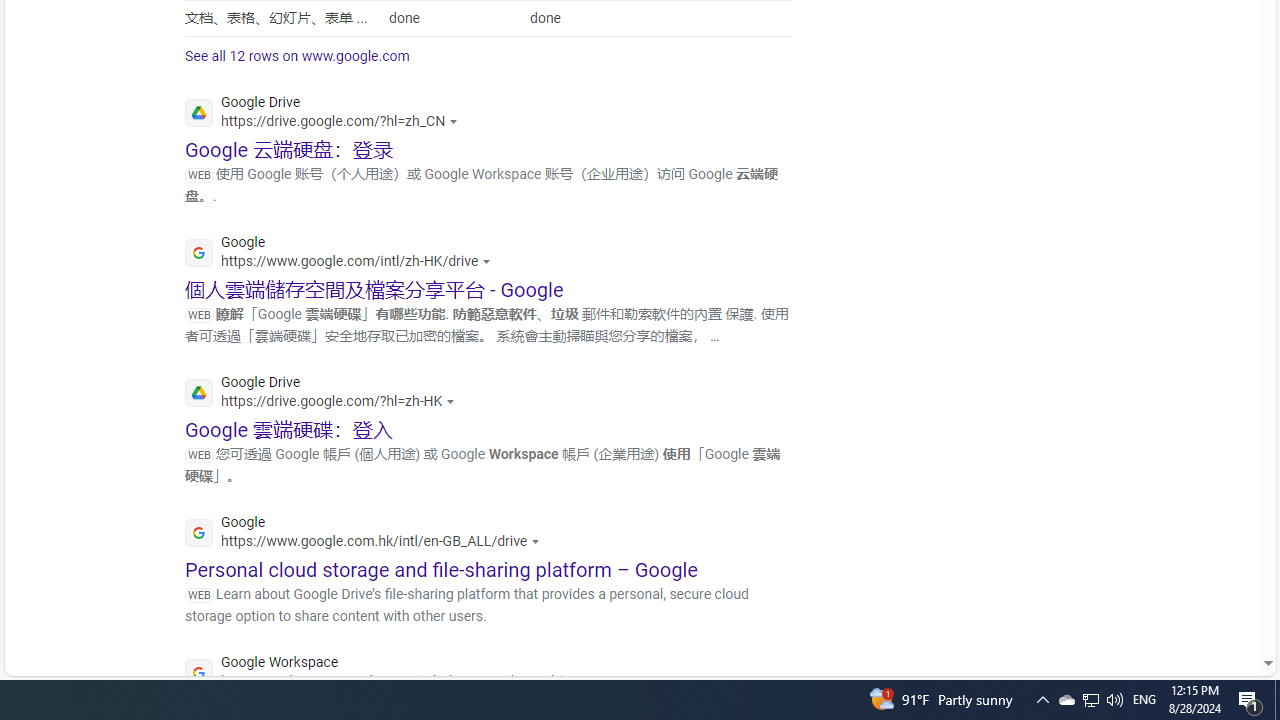  What do you see at coordinates (199, 673) in the screenshot?
I see `'Global web icon'` at bounding box center [199, 673].